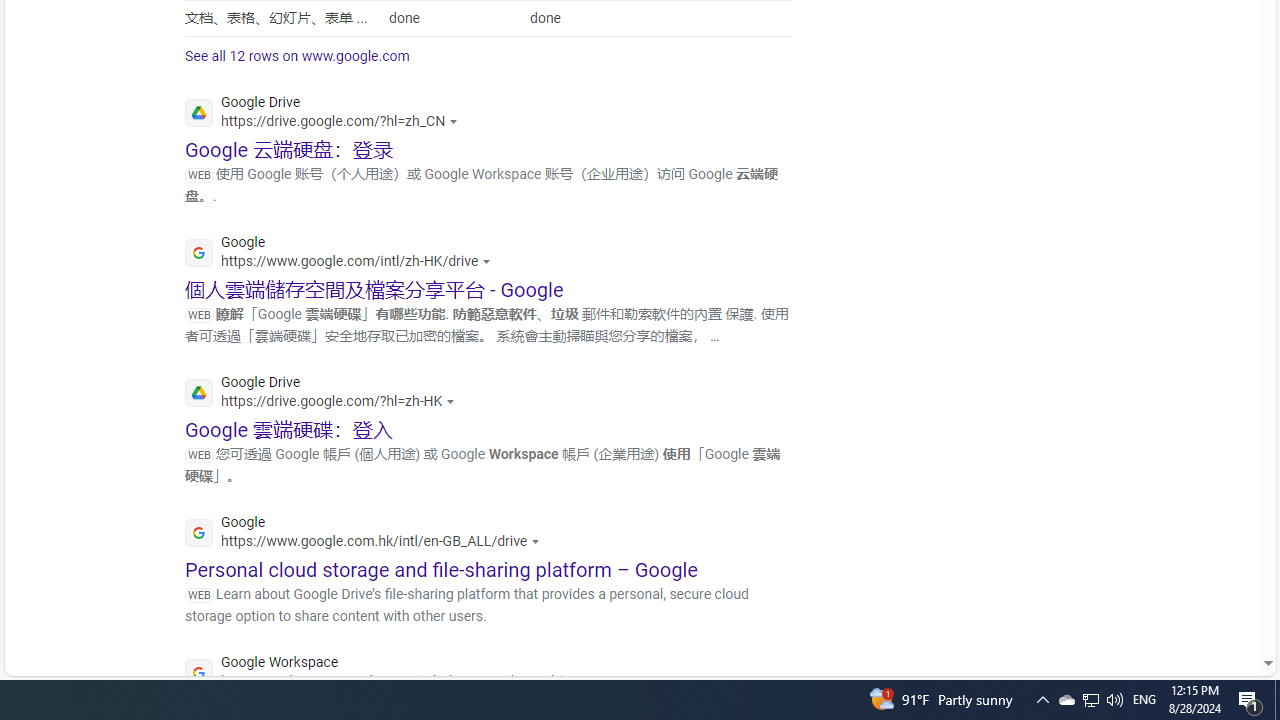  What do you see at coordinates (199, 673) in the screenshot?
I see `'Global web icon'` at bounding box center [199, 673].